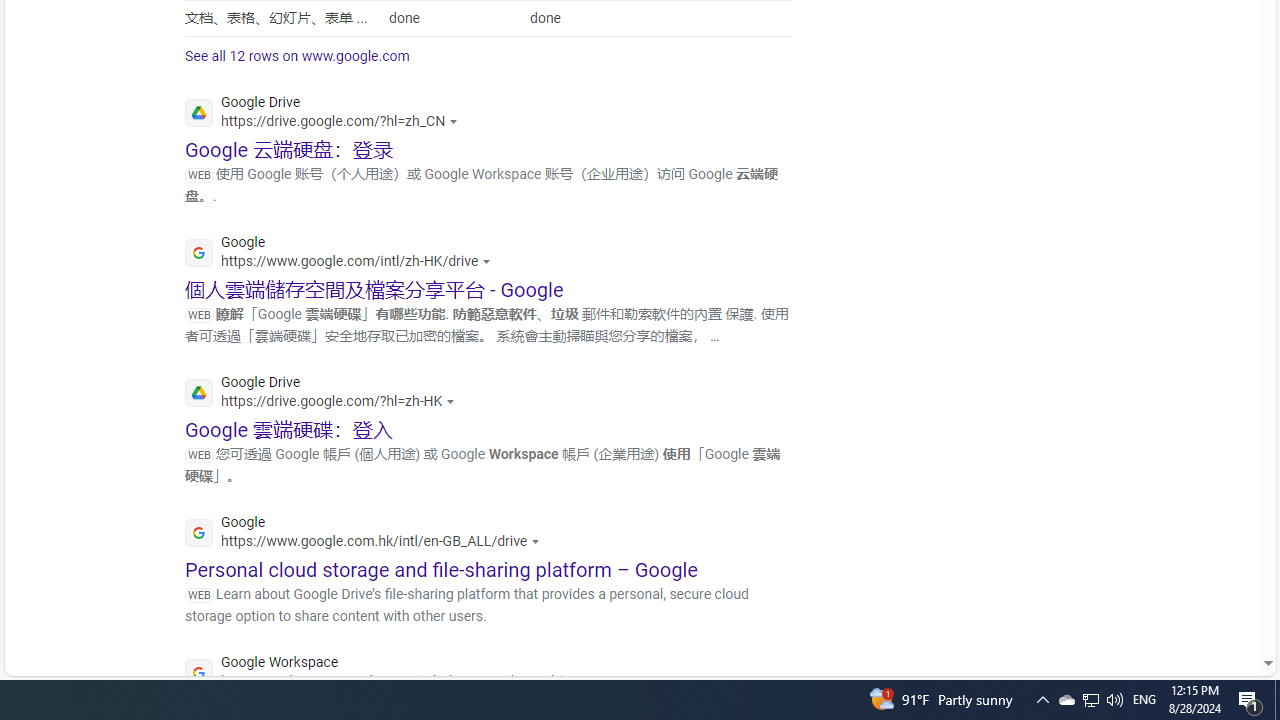  What do you see at coordinates (199, 673) in the screenshot?
I see `'Global web icon'` at bounding box center [199, 673].